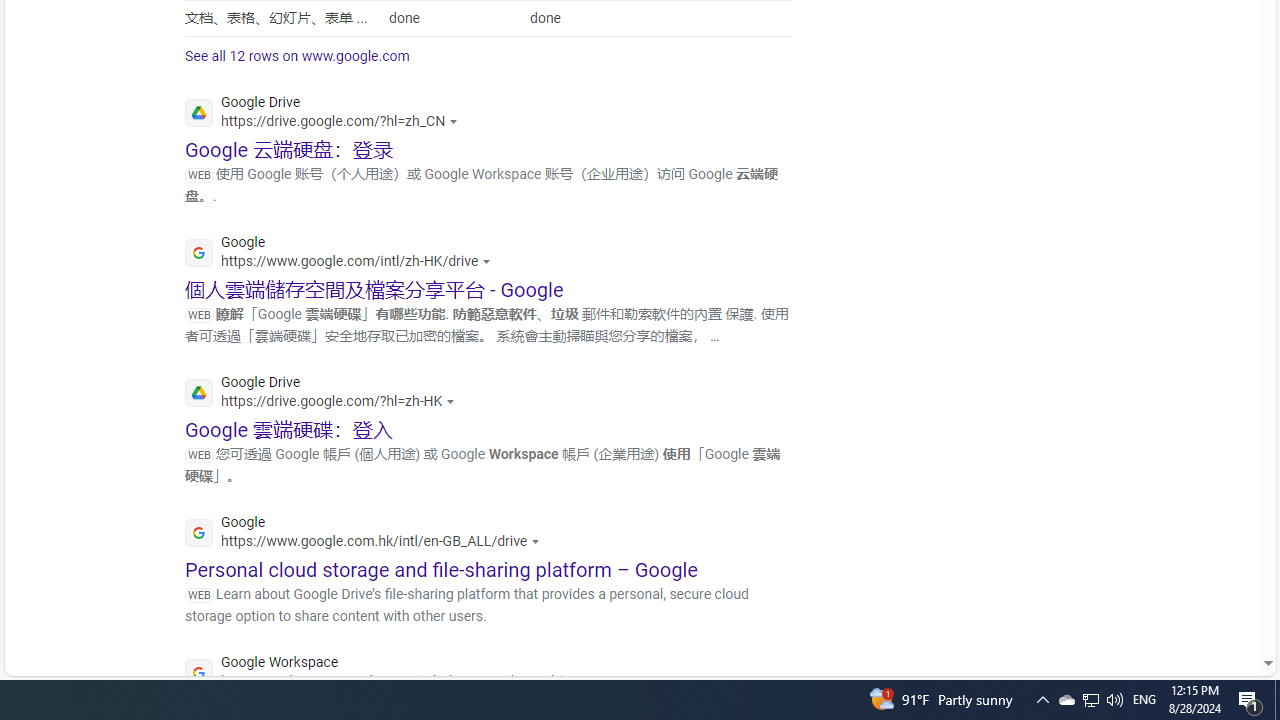  What do you see at coordinates (199, 673) in the screenshot?
I see `'Global web icon'` at bounding box center [199, 673].